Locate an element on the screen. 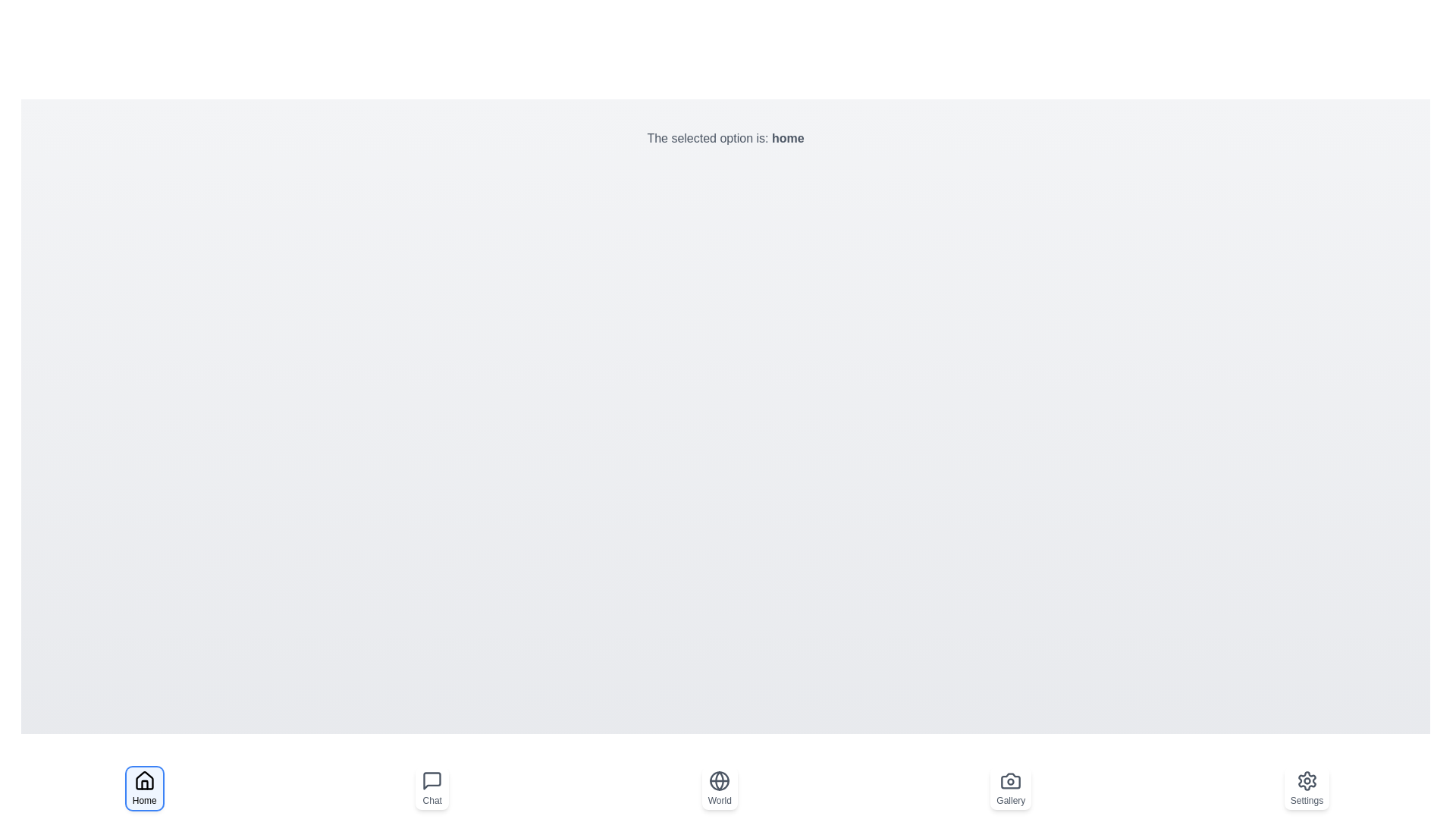 Image resolution: width=1456 pixels, height=819 pixels. the navigation option home to select it is located at coordinates (144, 788).